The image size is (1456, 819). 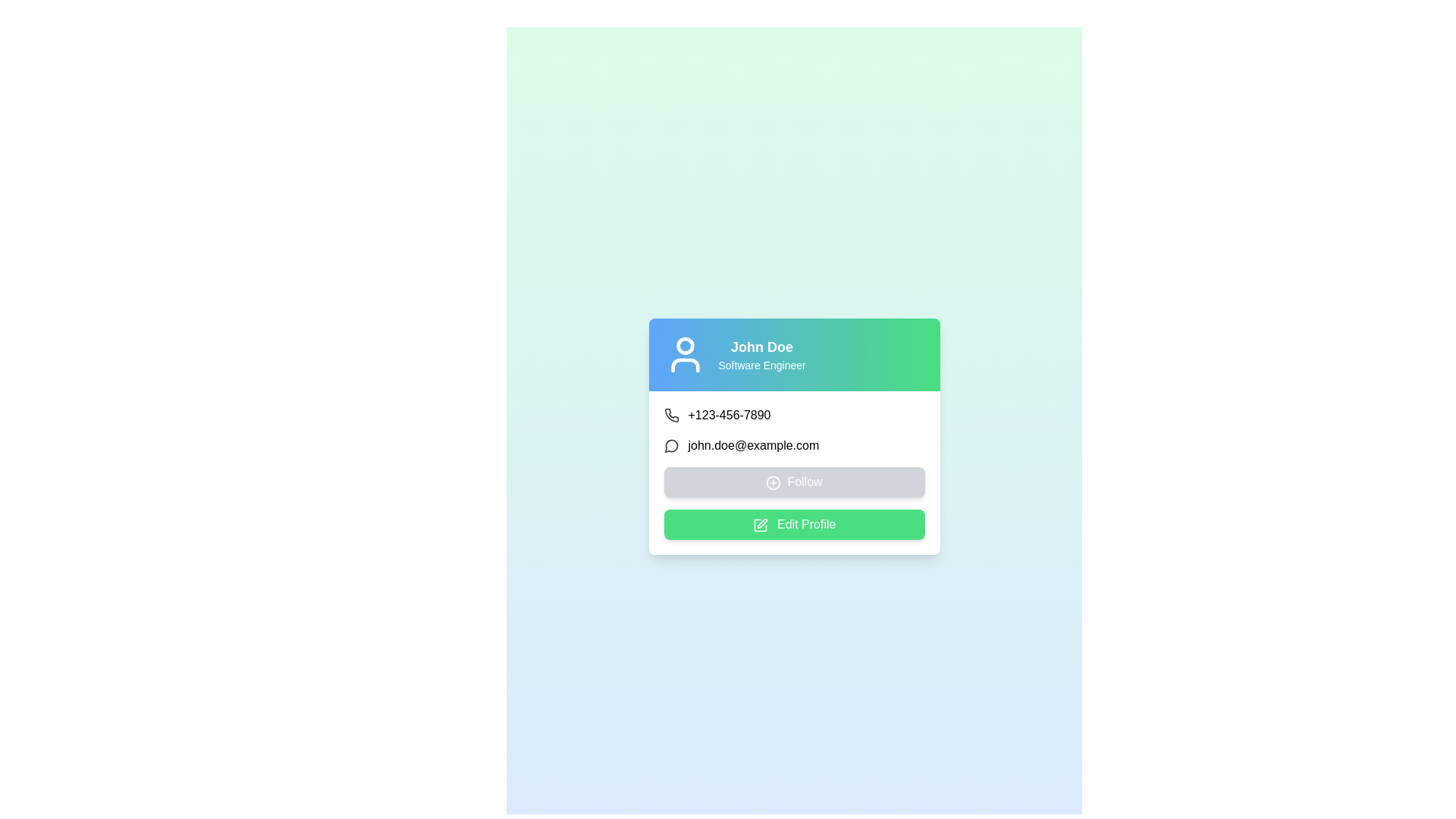 I want to click on the 'Follow' button located below the email address 'john.doe@example.com' and above the 'Edit Profile' button, so click(x=793, y=482).